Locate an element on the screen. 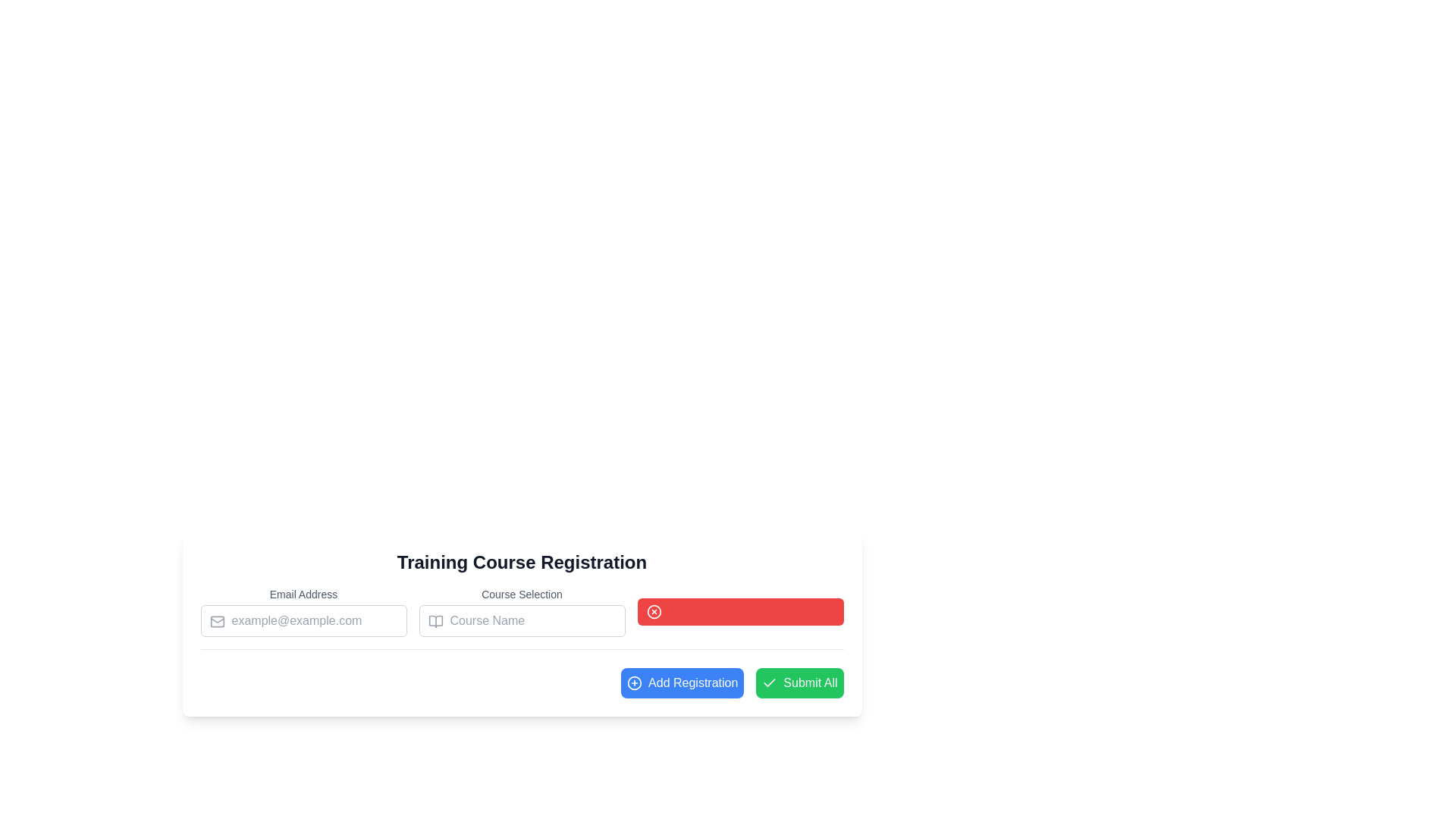 This screenshot has width=1456, height=819. the small green checkmark icon located within the 'Submit All' green button is located at coordinates (770, 683).